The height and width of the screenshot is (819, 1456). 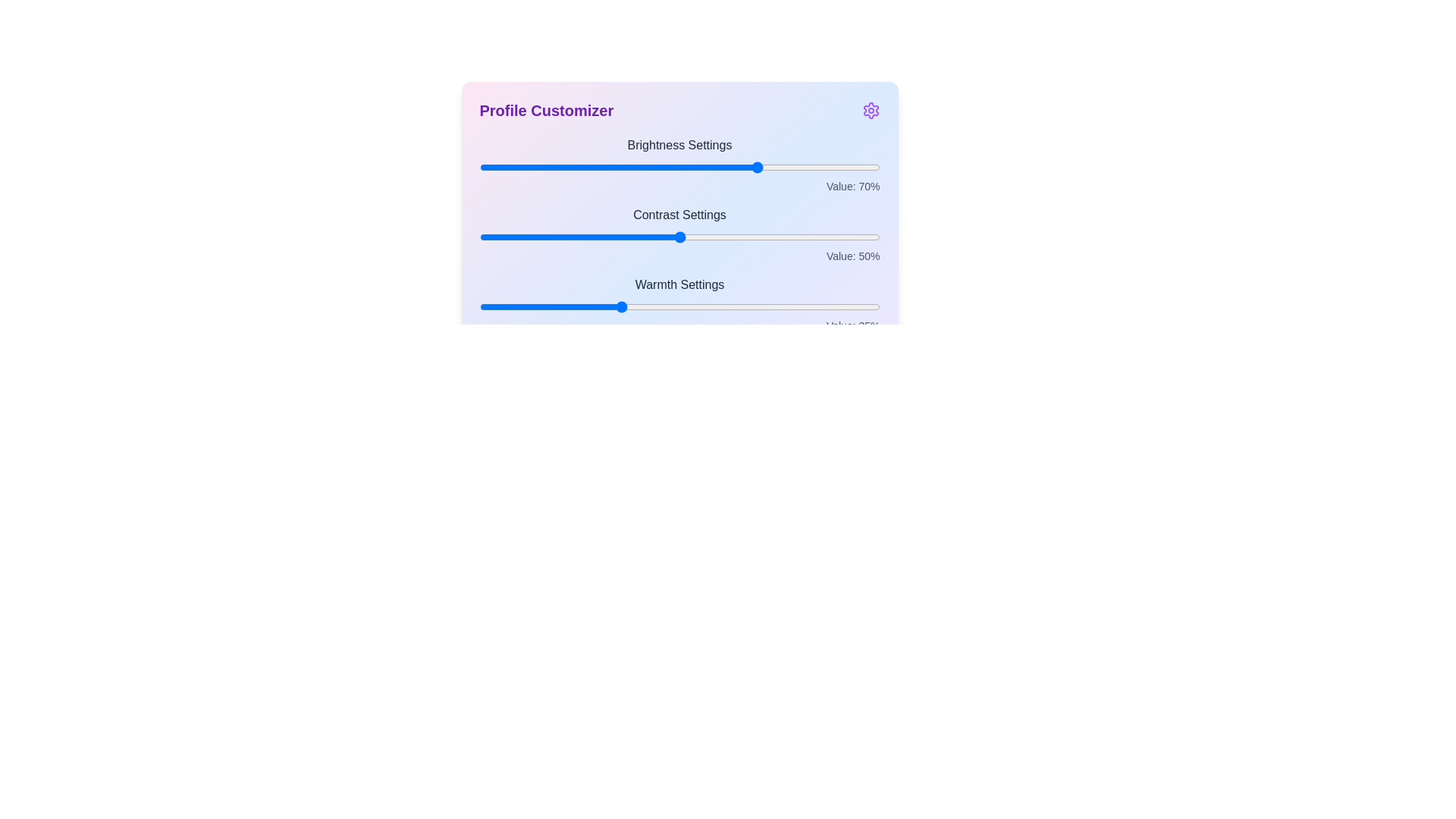 What do you see at coordinates (760, 167) in the screenshot?
I see `the slider for 0 to a value of 70` at bounding box center [760, 167].